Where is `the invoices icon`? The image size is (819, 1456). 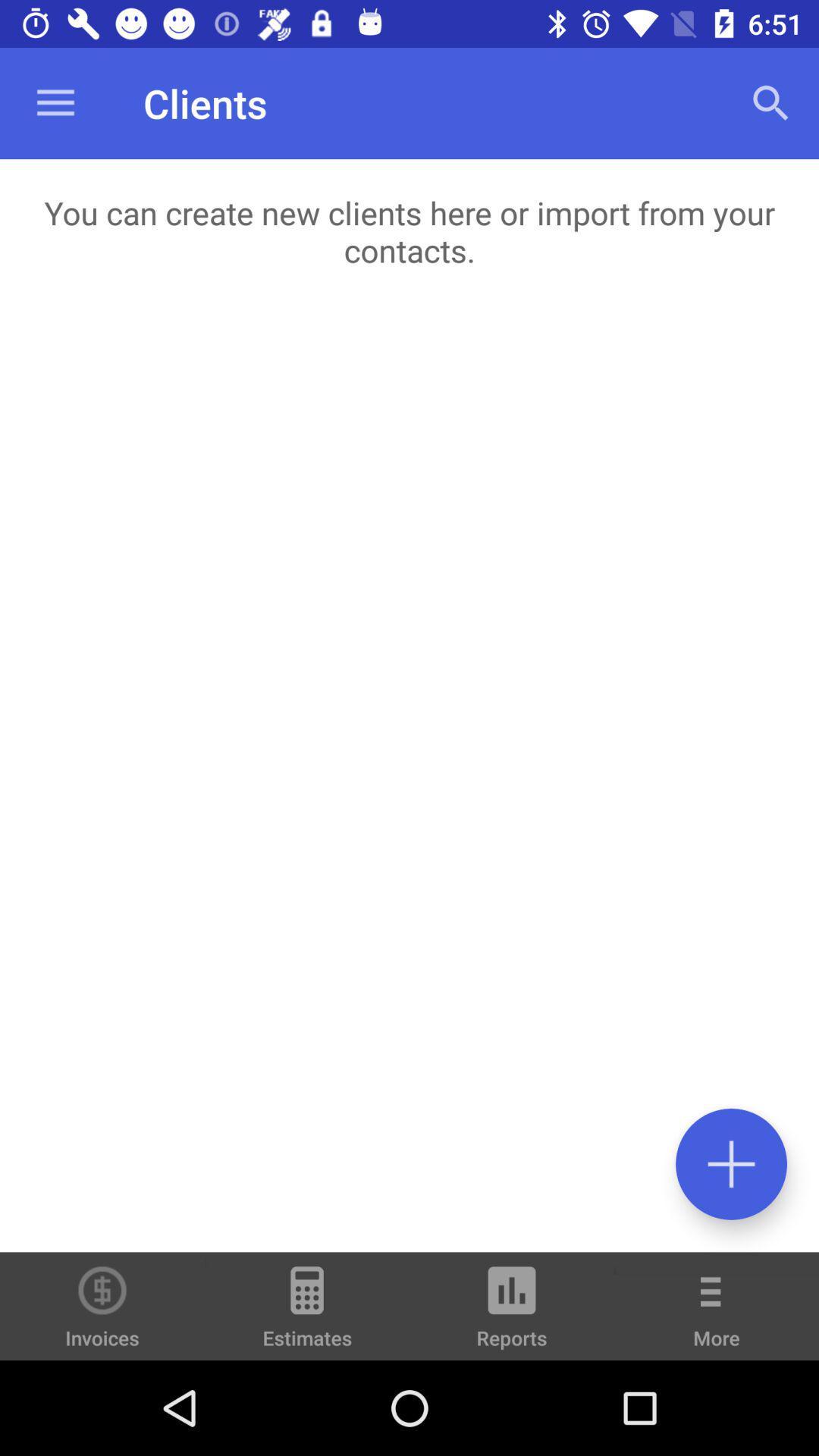
the invoices icon is located at coordinates (102, 1305).